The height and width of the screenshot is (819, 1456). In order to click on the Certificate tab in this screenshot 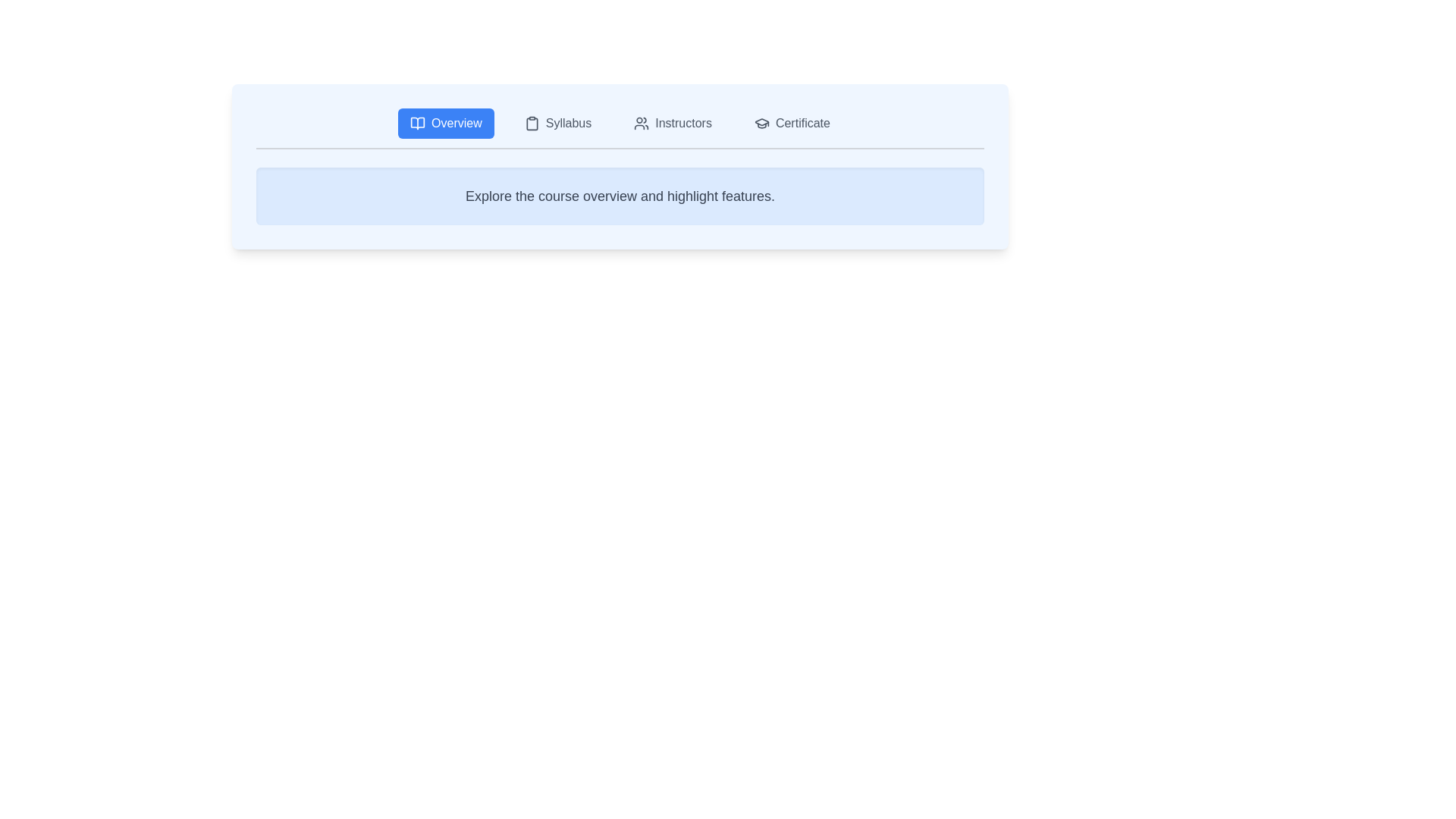, I will do `click(790, 122)`.